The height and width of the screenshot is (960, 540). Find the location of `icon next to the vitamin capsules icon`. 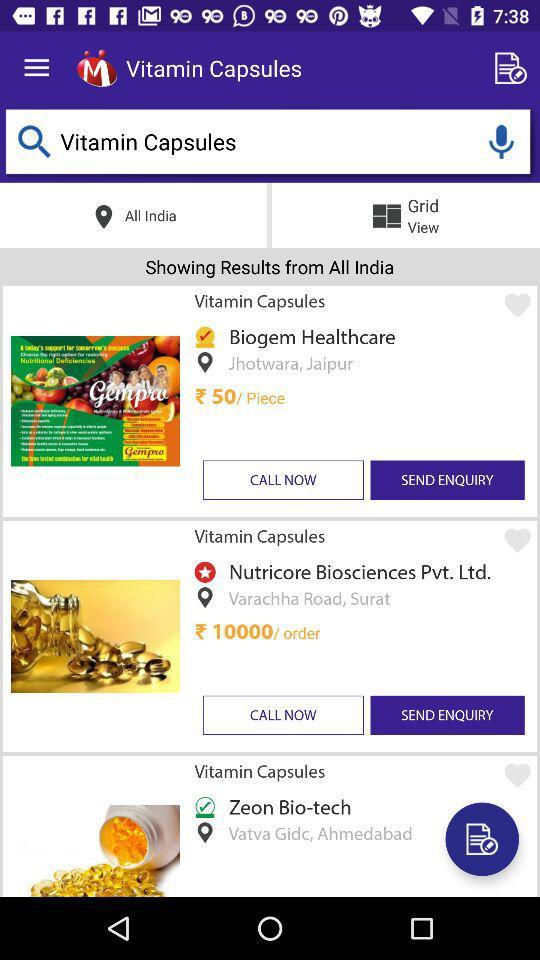

icon next to the vitamin capsules icon is located at coordinates (96, 68).